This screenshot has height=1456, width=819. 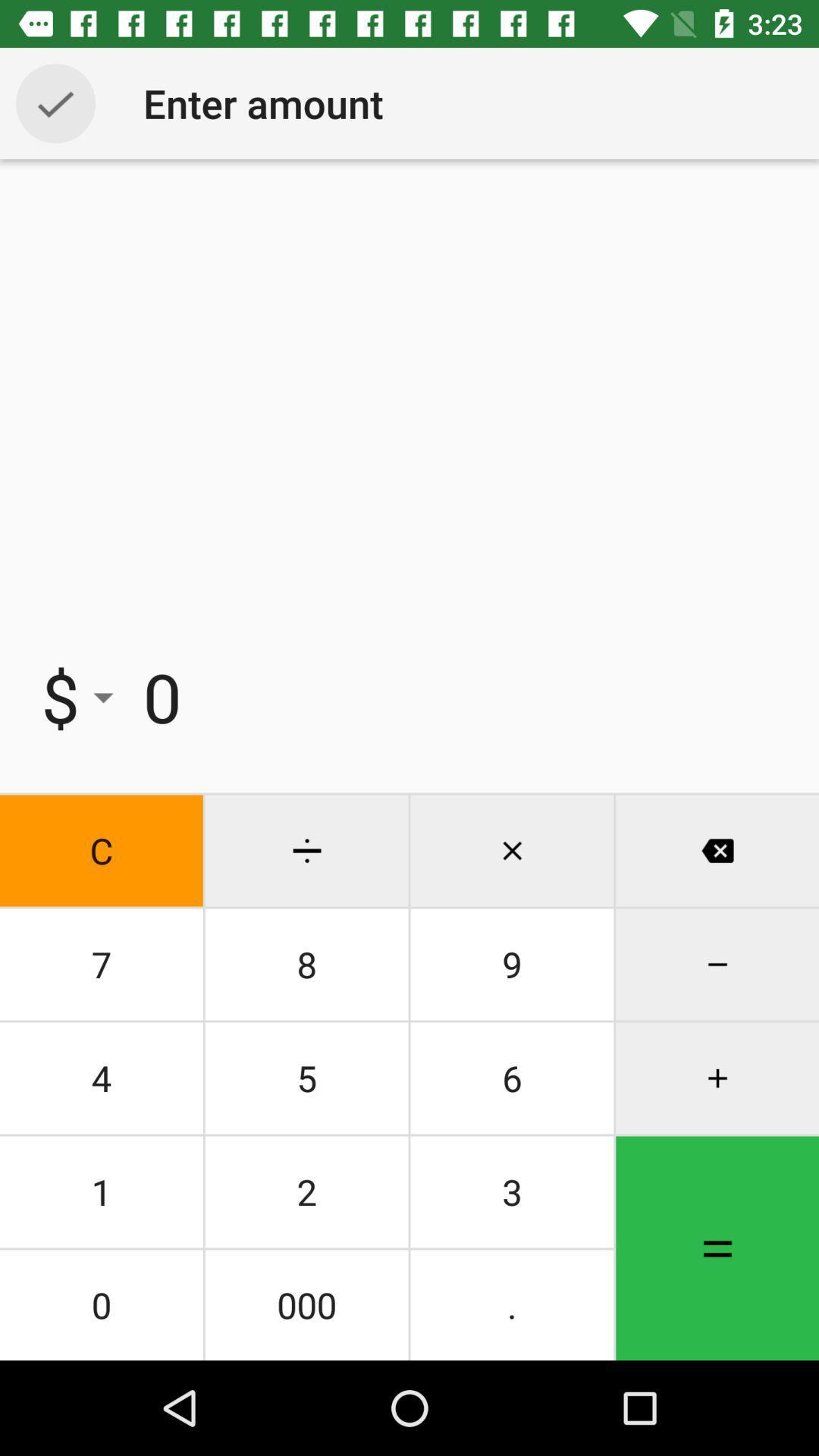 I want to click on the icon below the 7 item, so click(x=101, y=1077).